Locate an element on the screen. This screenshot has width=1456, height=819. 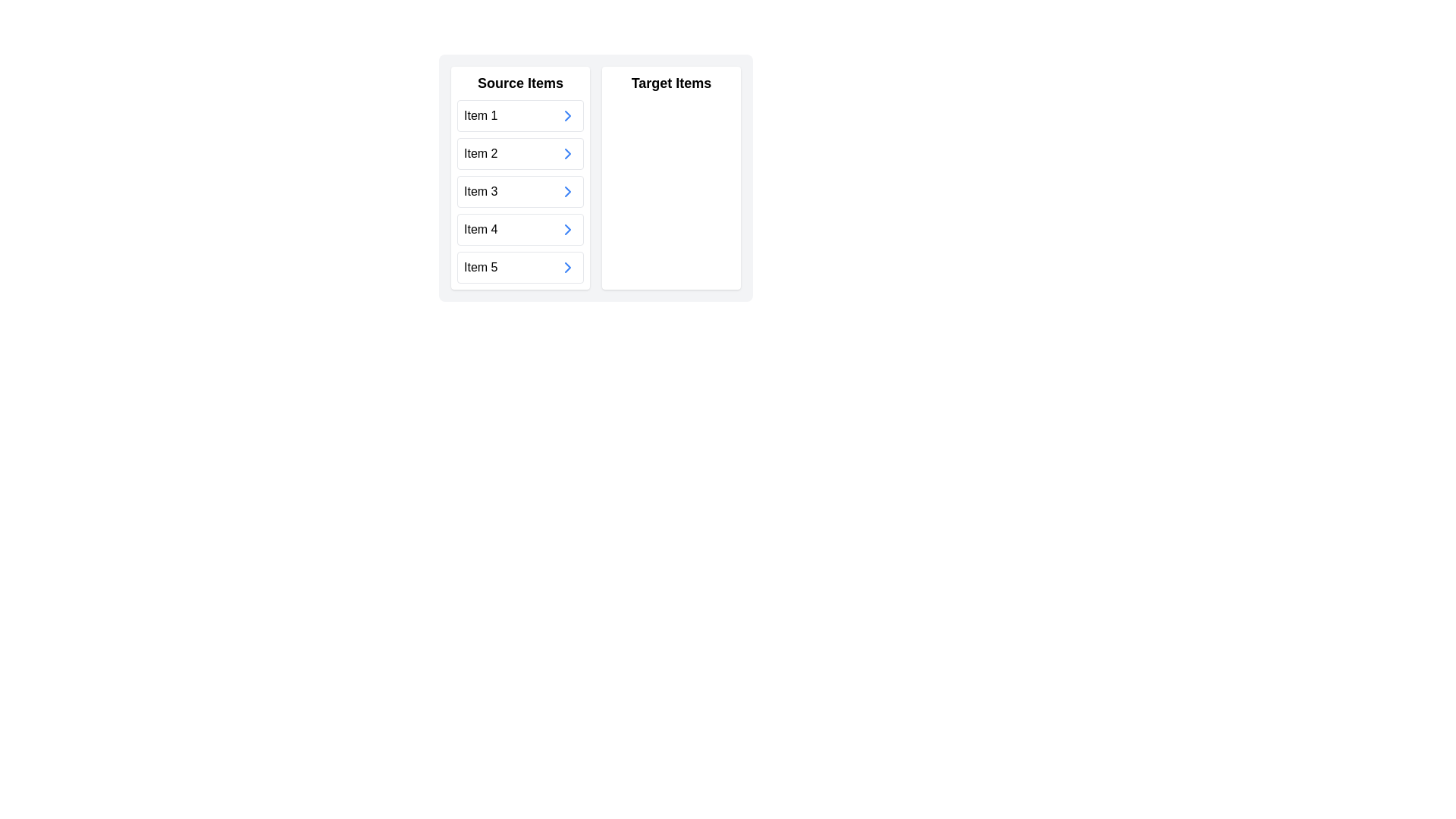
the third item labeled 'Item 3' in the 'Source Items' list to interact or navigate is located at coordinates (520, 191).